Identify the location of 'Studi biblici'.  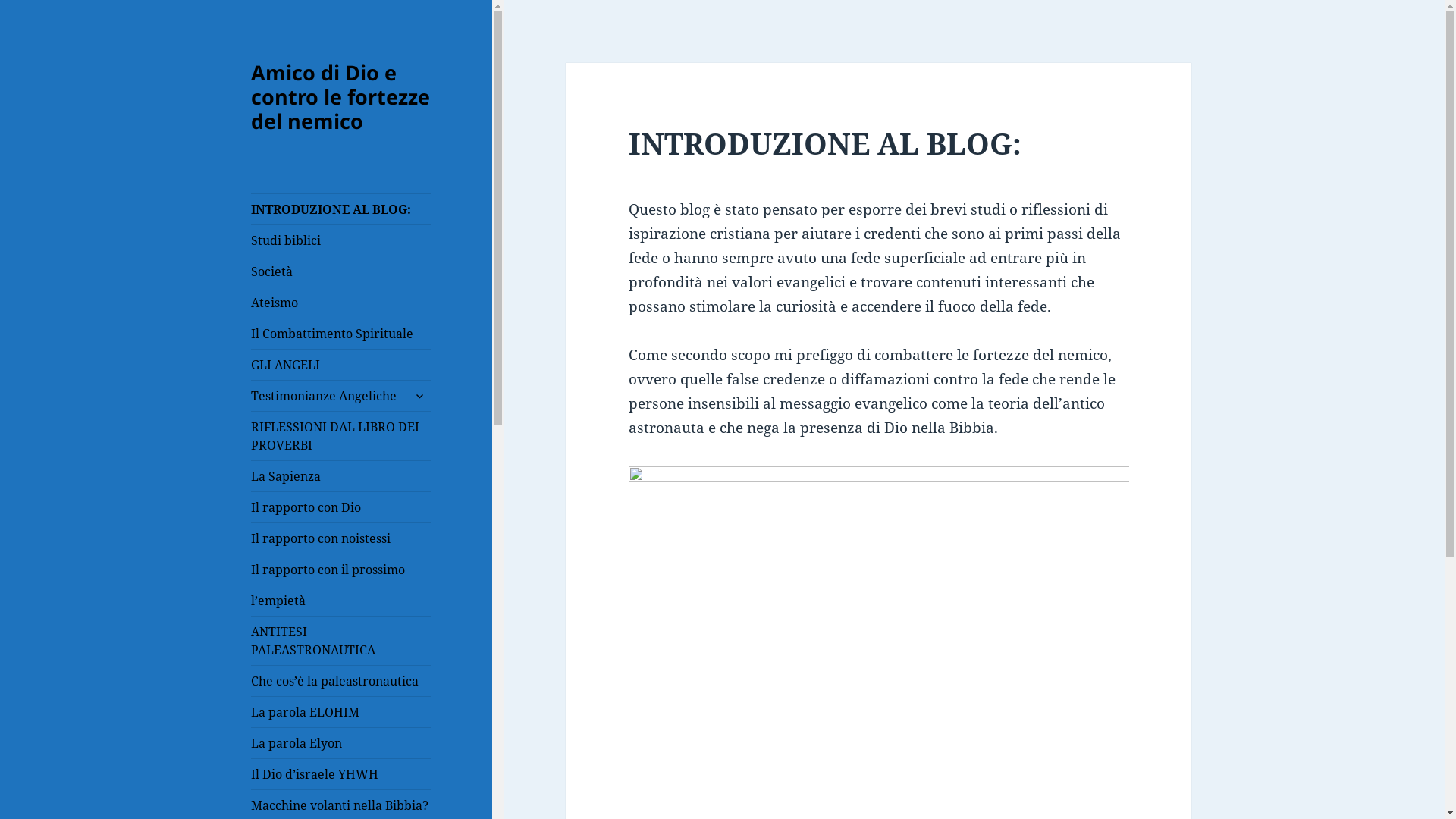
(340, 239).